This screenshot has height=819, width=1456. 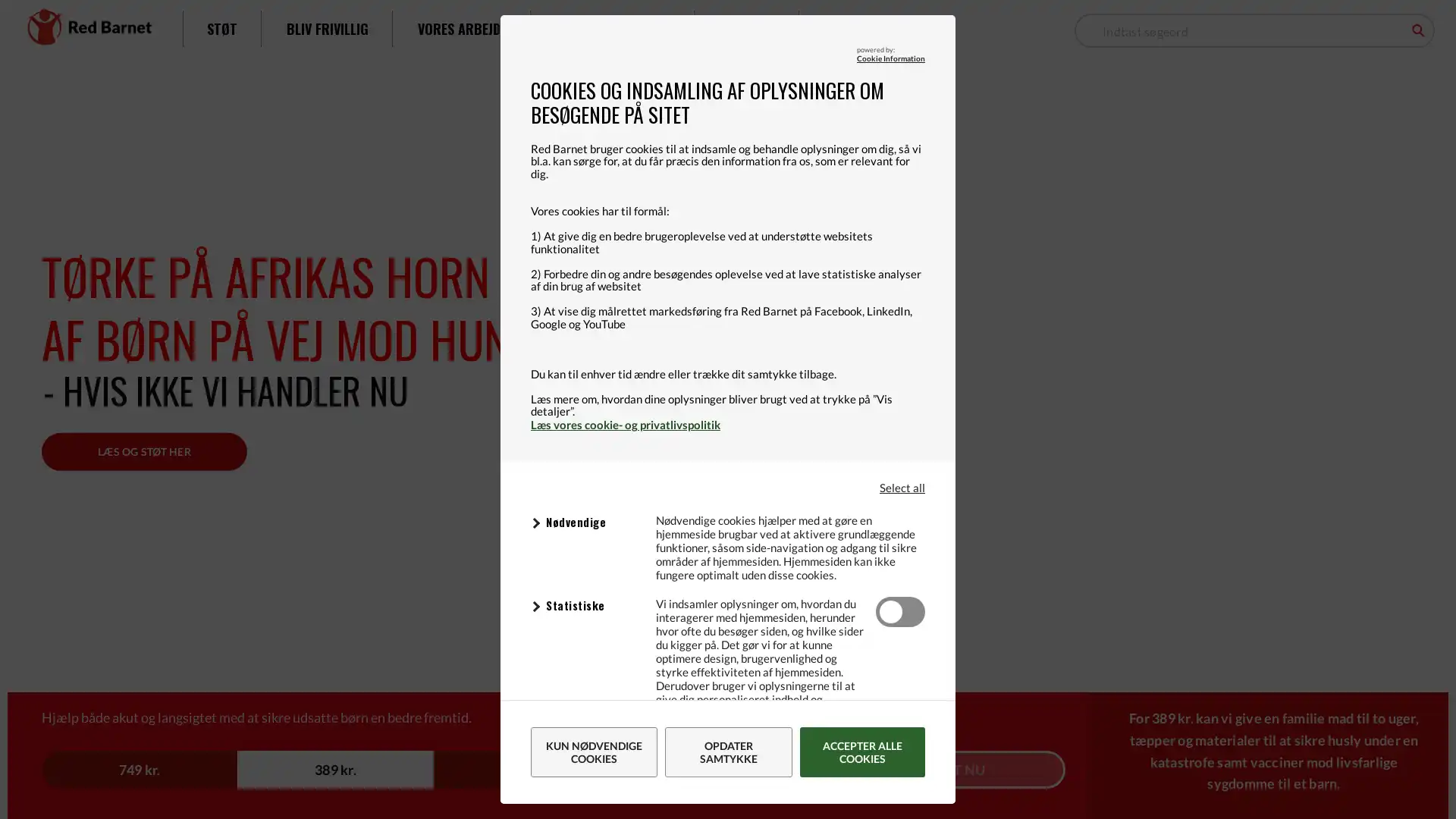 I want to click on Kun ndvendige cookies, so click(x=593, y=752).